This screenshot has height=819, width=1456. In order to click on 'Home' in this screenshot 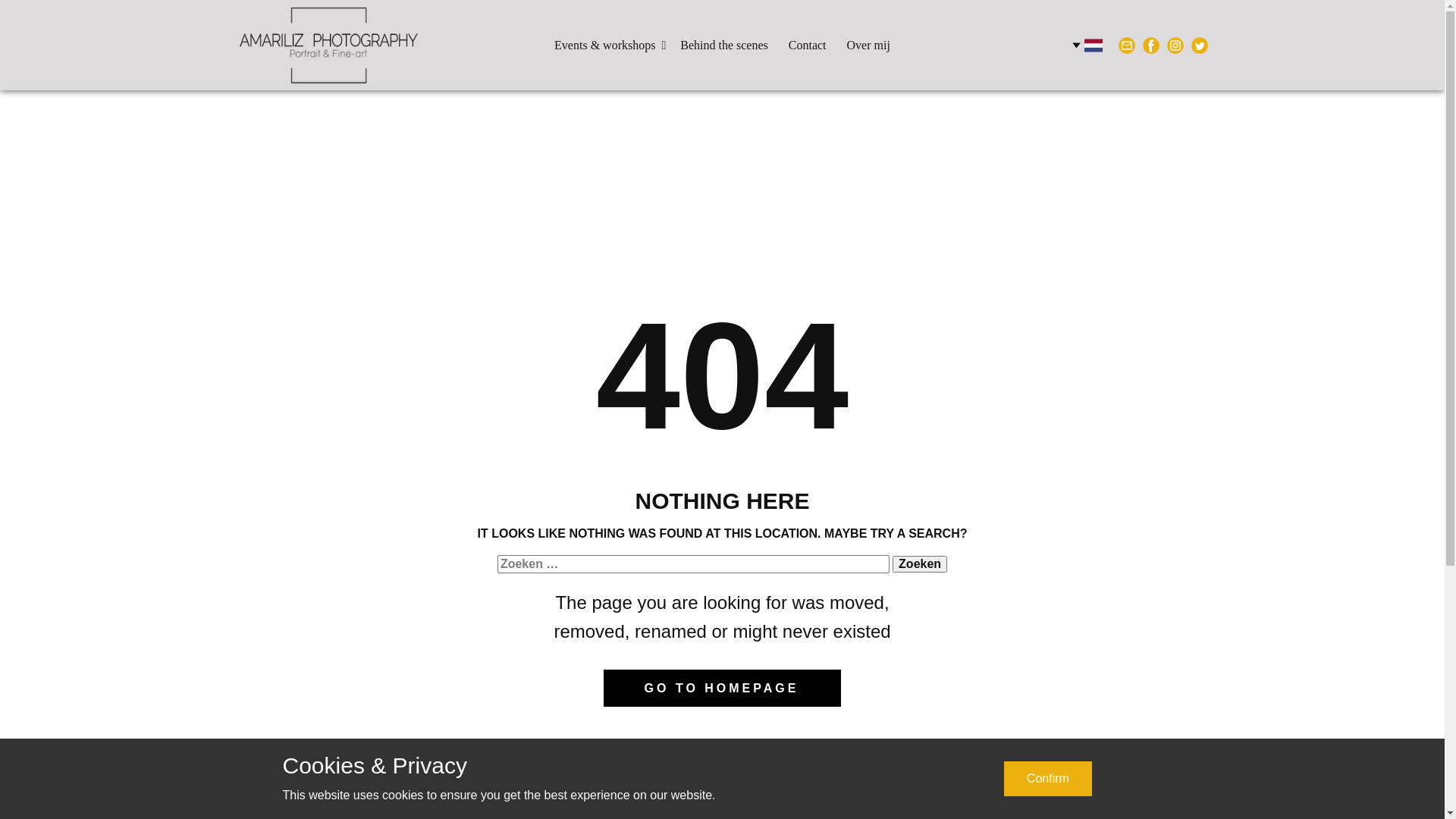, I will do `click(236, 44)`.